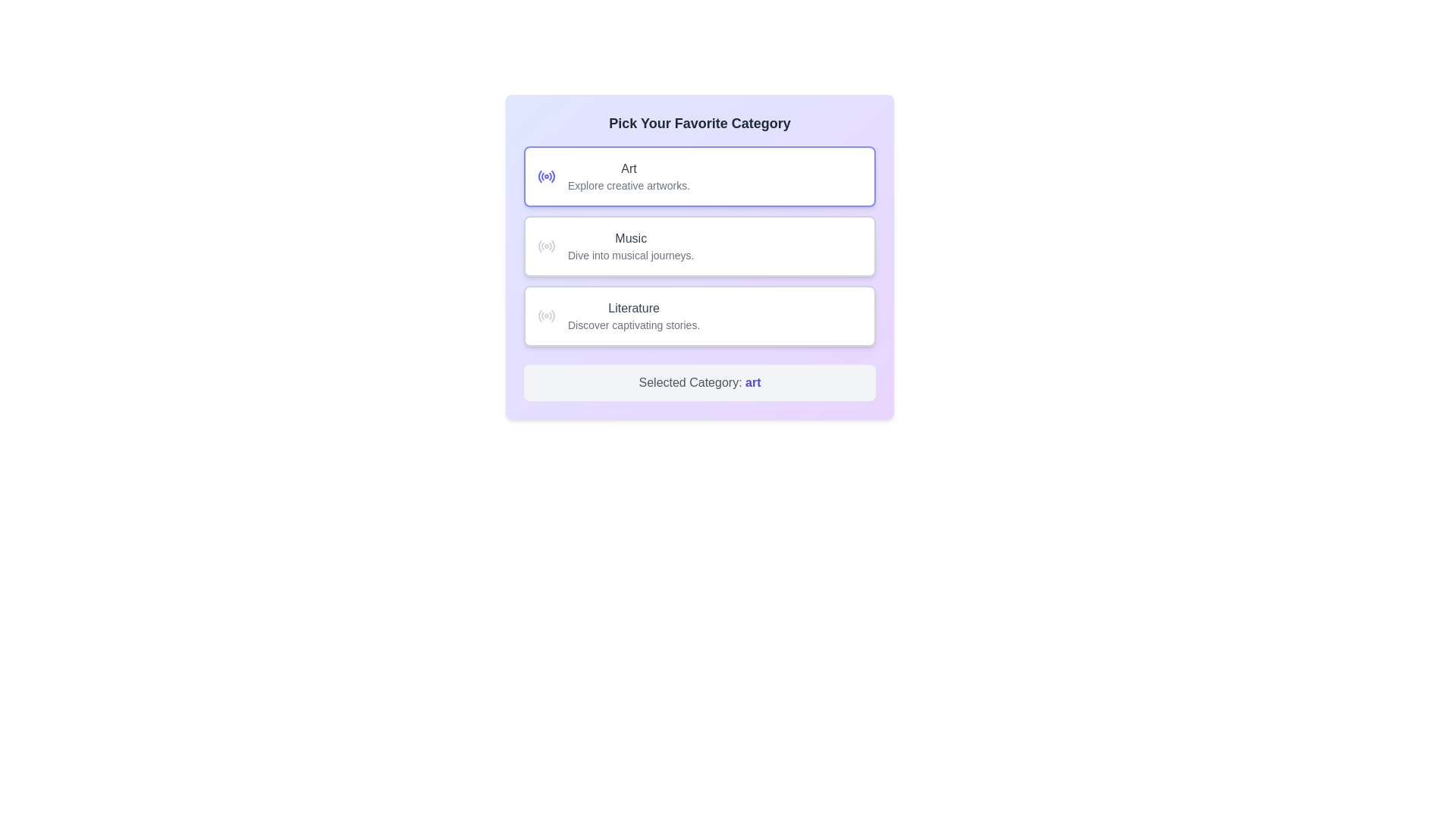 The height and width of the screenshot is (819, 1456). I want to click on the 'Art' category icon located at the top-left corner of the button labeled 'Art Explore creative artworks', so click(546, 175).